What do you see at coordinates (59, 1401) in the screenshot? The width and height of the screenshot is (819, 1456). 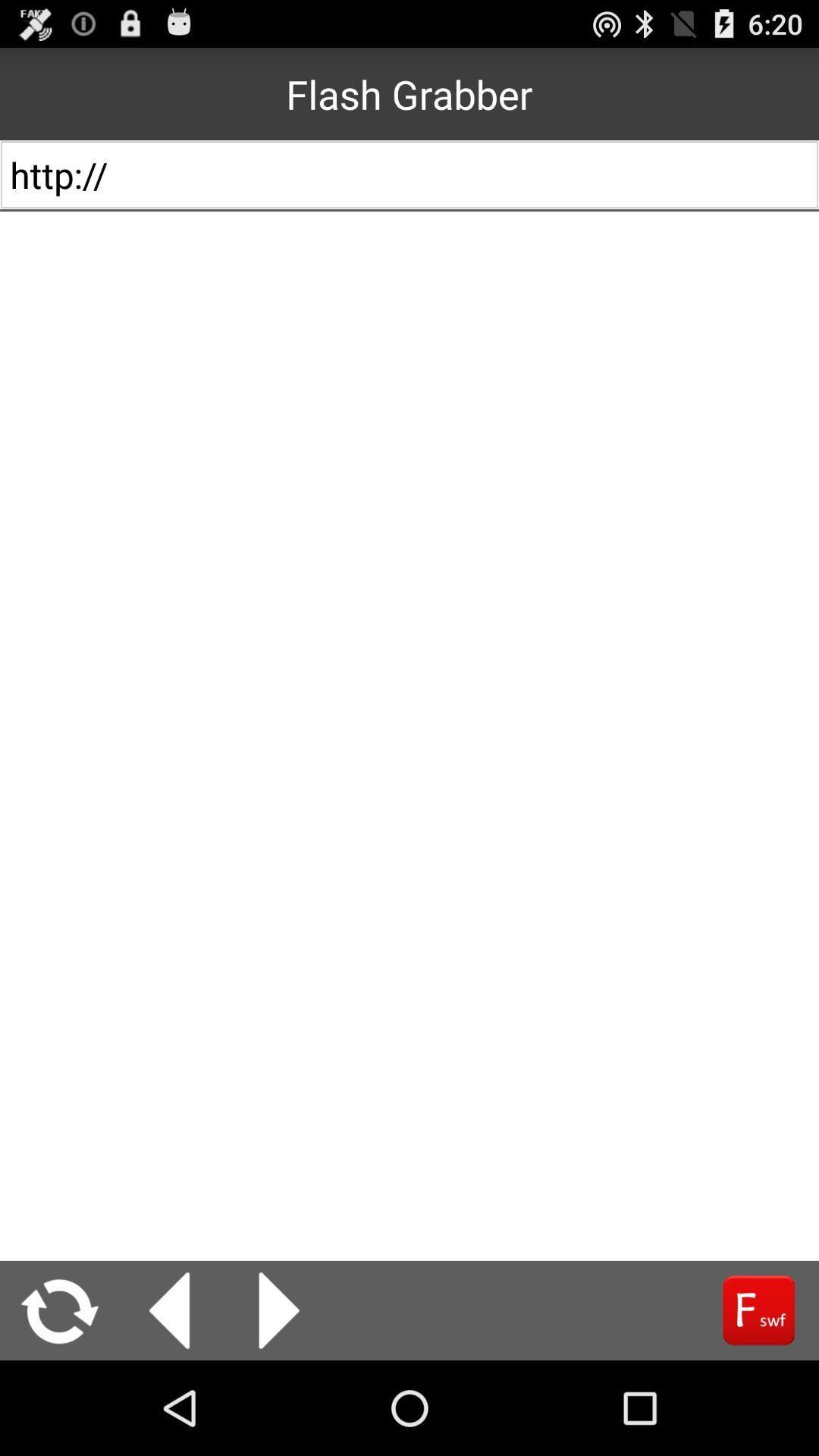 I see `the refresh icon` at bounding box center [59, 1401].